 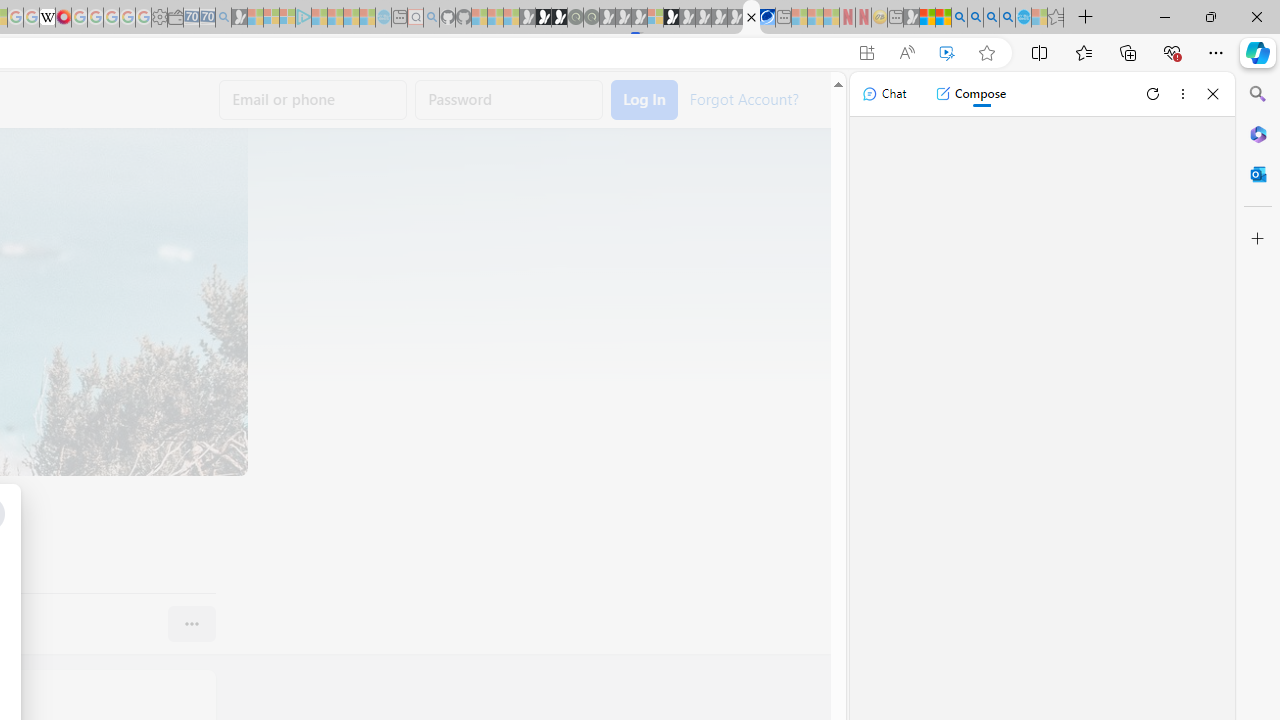 What do you see at coordinates (1007, 17) in the screenshot?
I see `'Google Chrome Internet Browser Download - Search Images'` at bounding box center [1007, 17].